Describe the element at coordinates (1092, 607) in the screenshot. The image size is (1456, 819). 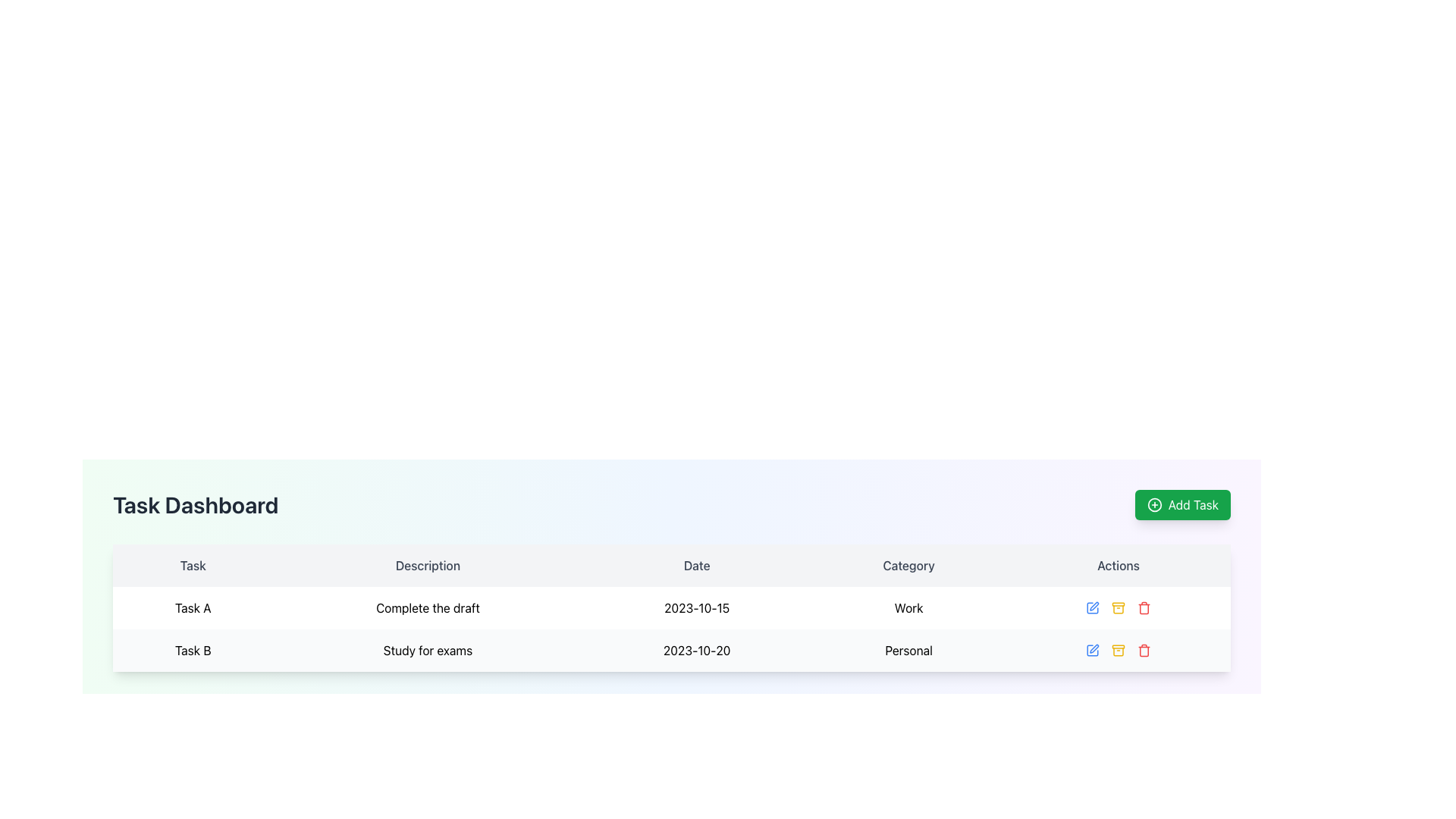
I see `the blue pen icon in the action bar located in the first row of the table` at that location.